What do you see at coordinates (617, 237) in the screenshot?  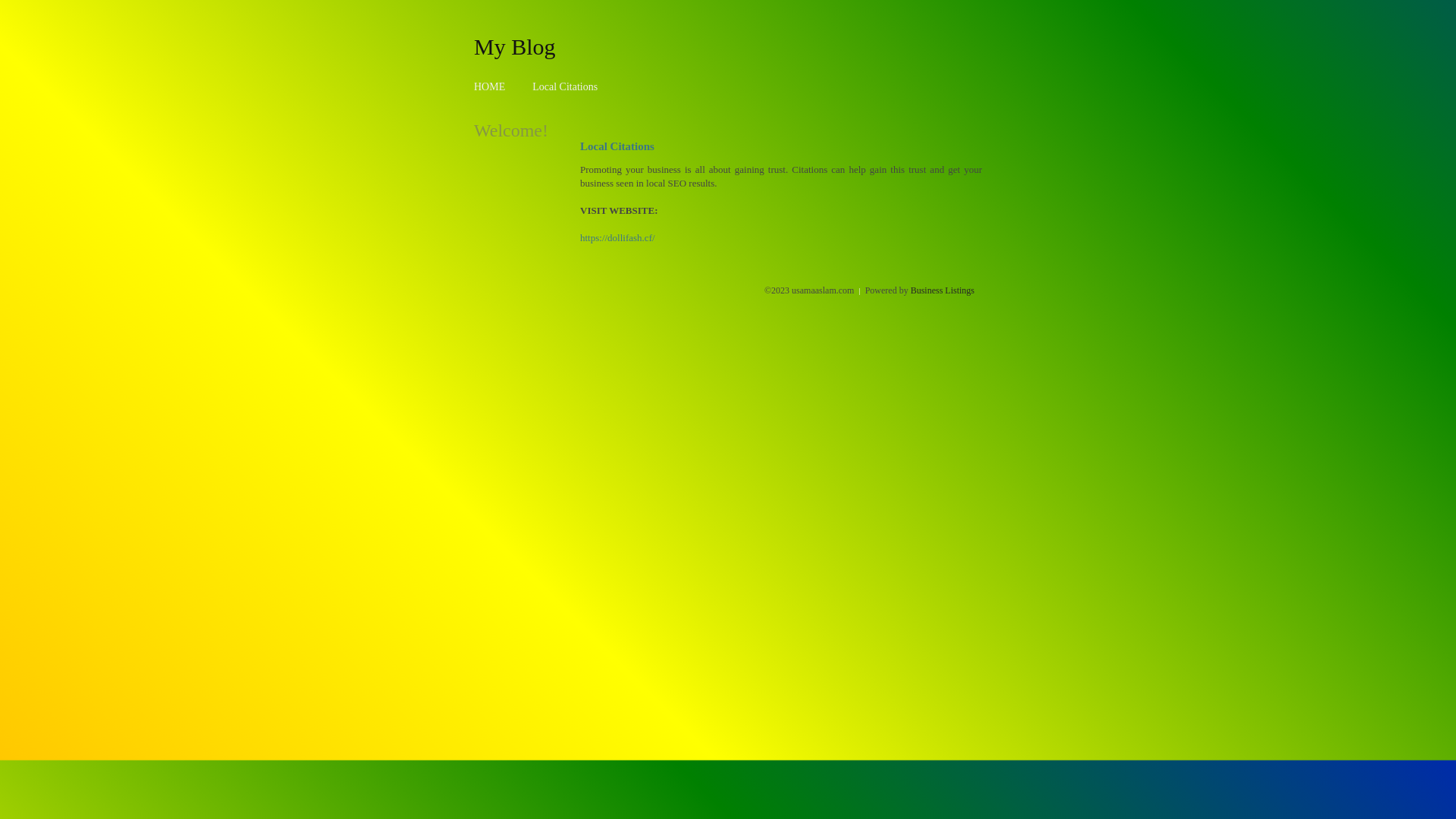 I see `'https://dollifash.cf/'` at bounding box center [617, 237].